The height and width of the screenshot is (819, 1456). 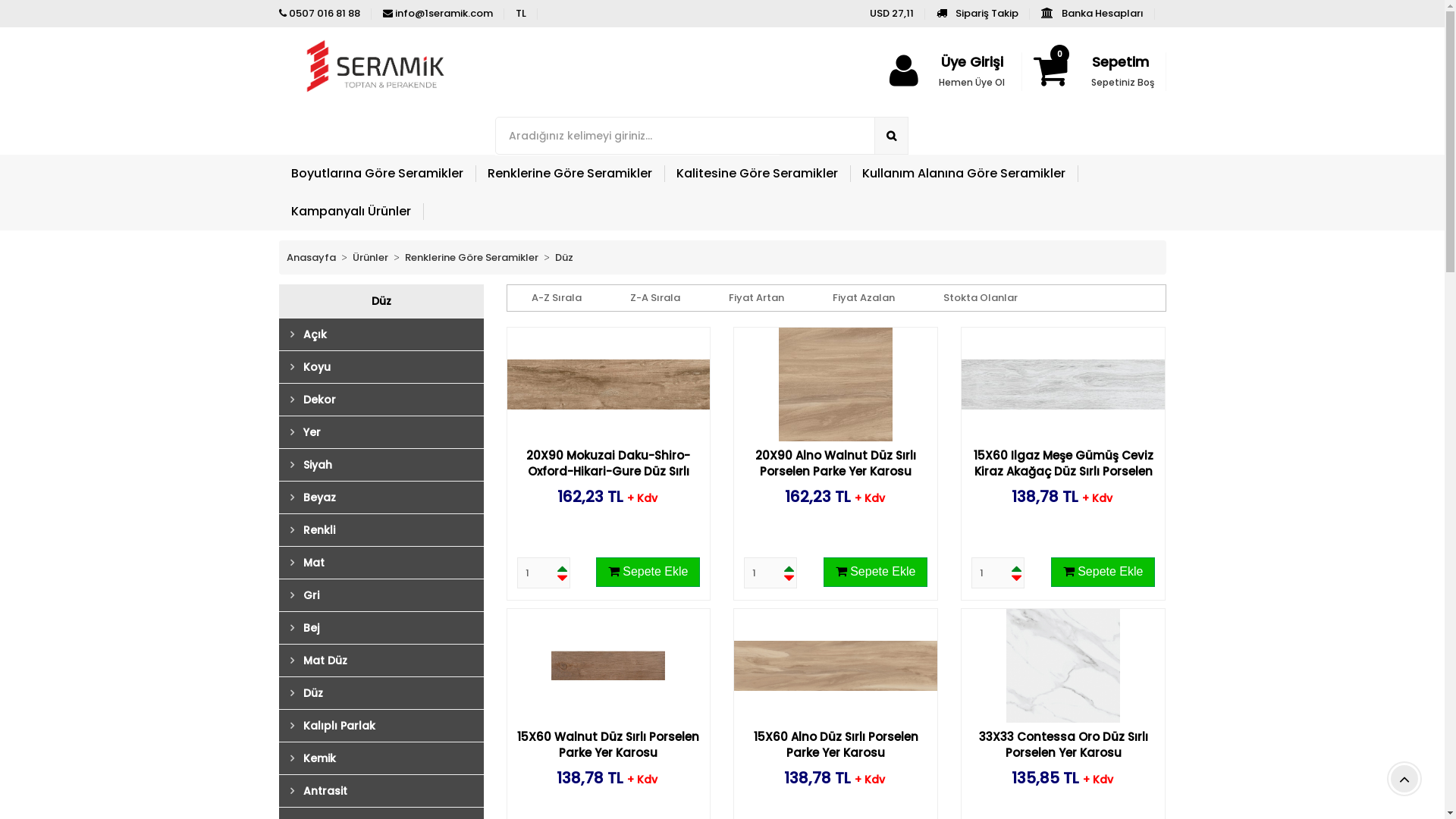 What do you see at coordinates (436, 13) in the screenshot?
I see `'info@1seramik.com'` at bounding box center [436, 13].